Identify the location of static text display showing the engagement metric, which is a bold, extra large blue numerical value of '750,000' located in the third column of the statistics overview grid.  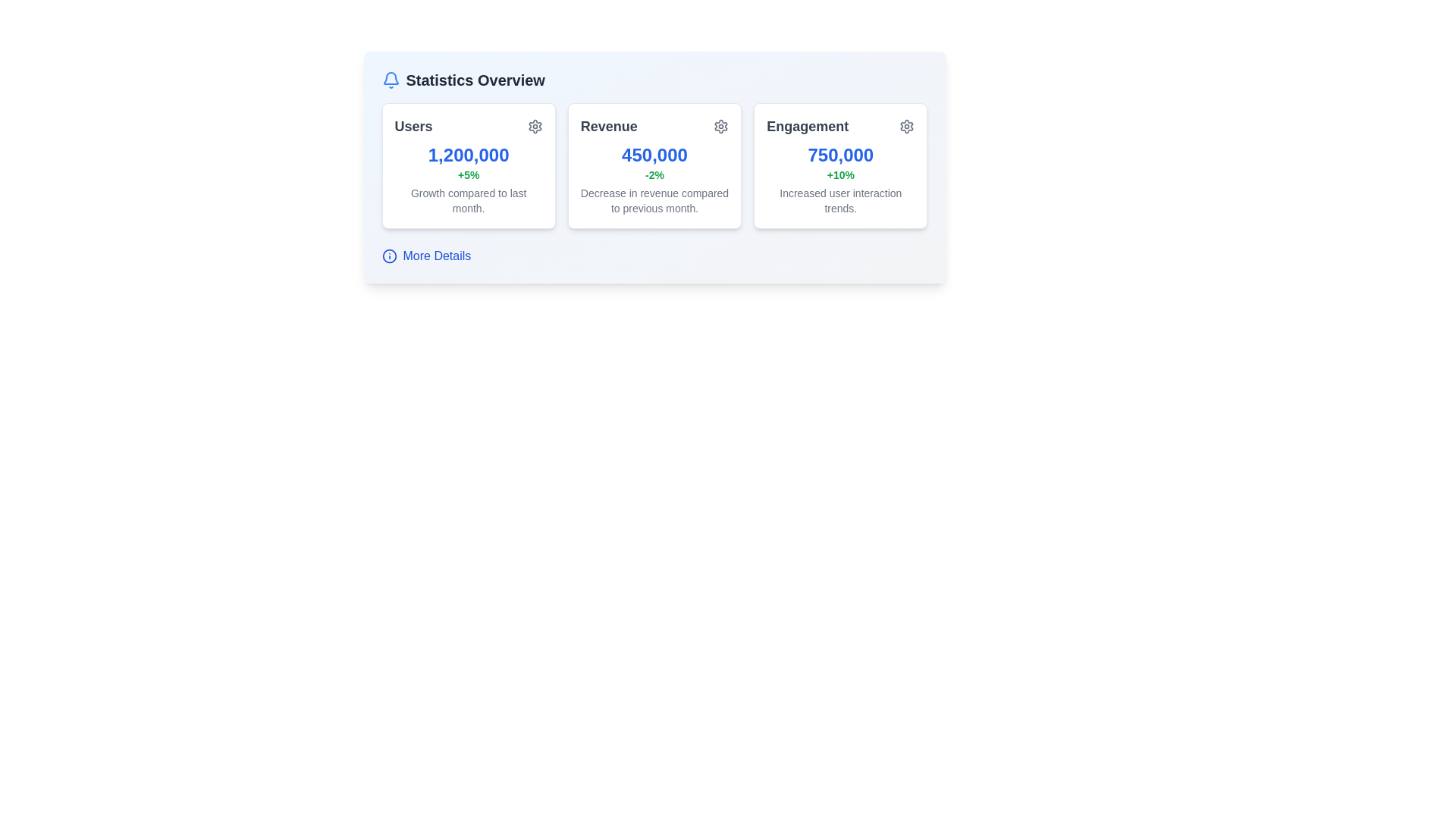
(839, 155).